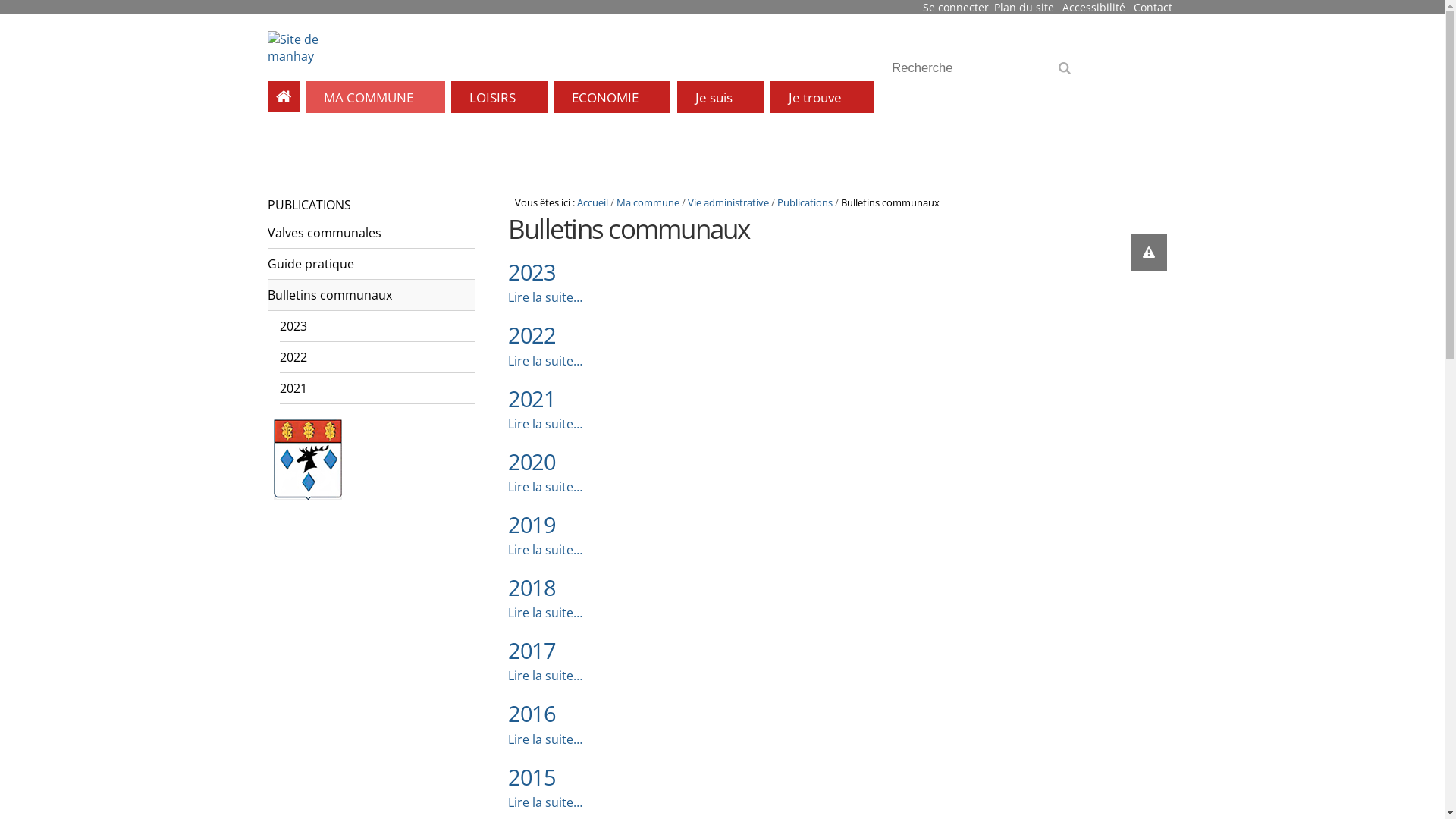 The image size is (1456, 819). What do you see at coordinates (611, 96) in the screenshot?
I see `'ECONOMIE'` at bounding box center [611, 96].